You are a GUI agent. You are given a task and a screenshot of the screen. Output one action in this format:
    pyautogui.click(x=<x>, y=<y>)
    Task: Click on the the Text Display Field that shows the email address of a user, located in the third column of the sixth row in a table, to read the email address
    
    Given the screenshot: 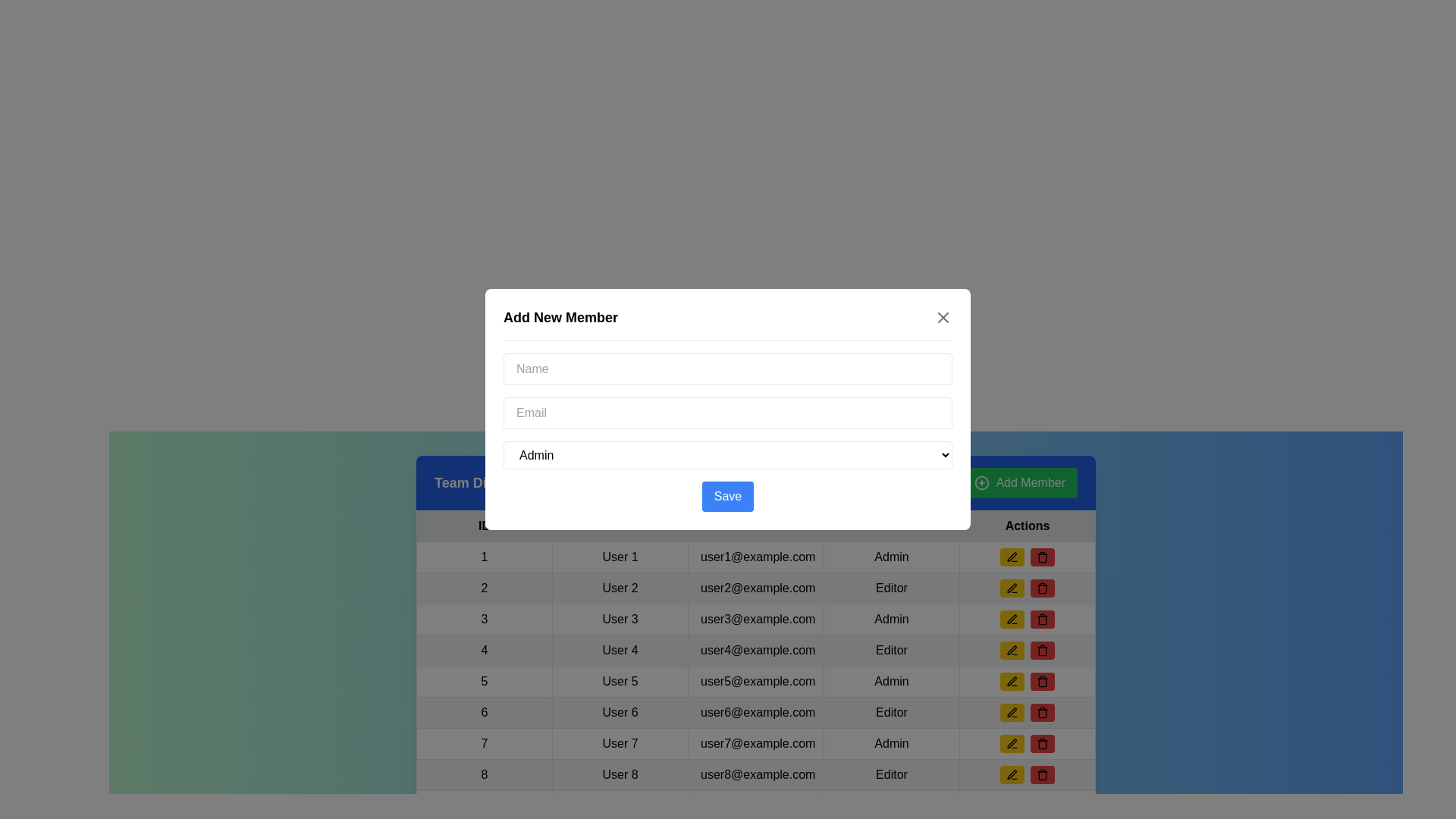 What is the action you would take?
    pyautogui.click(x=756, y=713)
    